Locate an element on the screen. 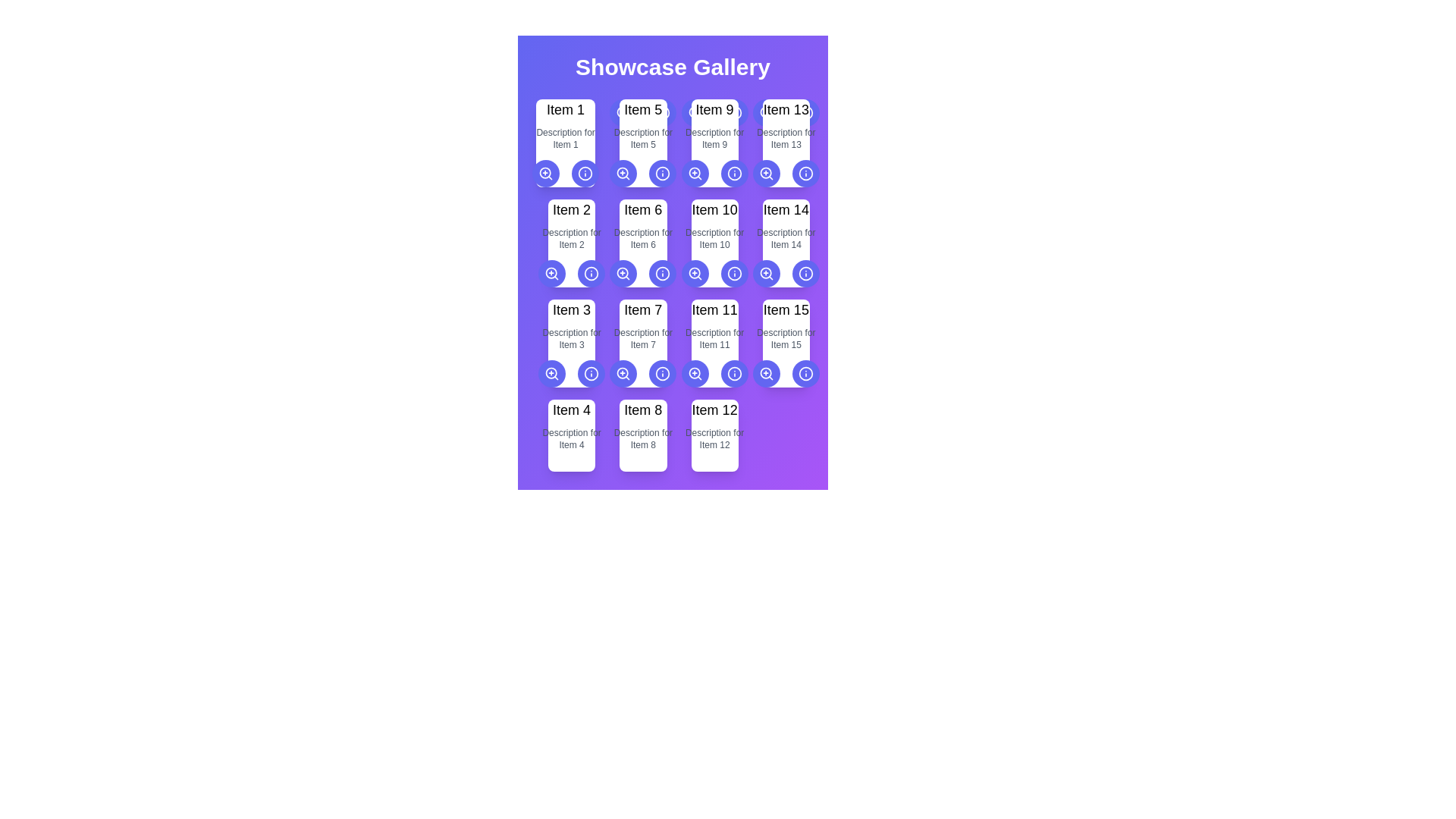 This screenshot has width=1456, height=819. the text element displaying 'Description for Item 3', which is located below the title 'Item 3' in the grid layout is located at coordinates (571, 338).